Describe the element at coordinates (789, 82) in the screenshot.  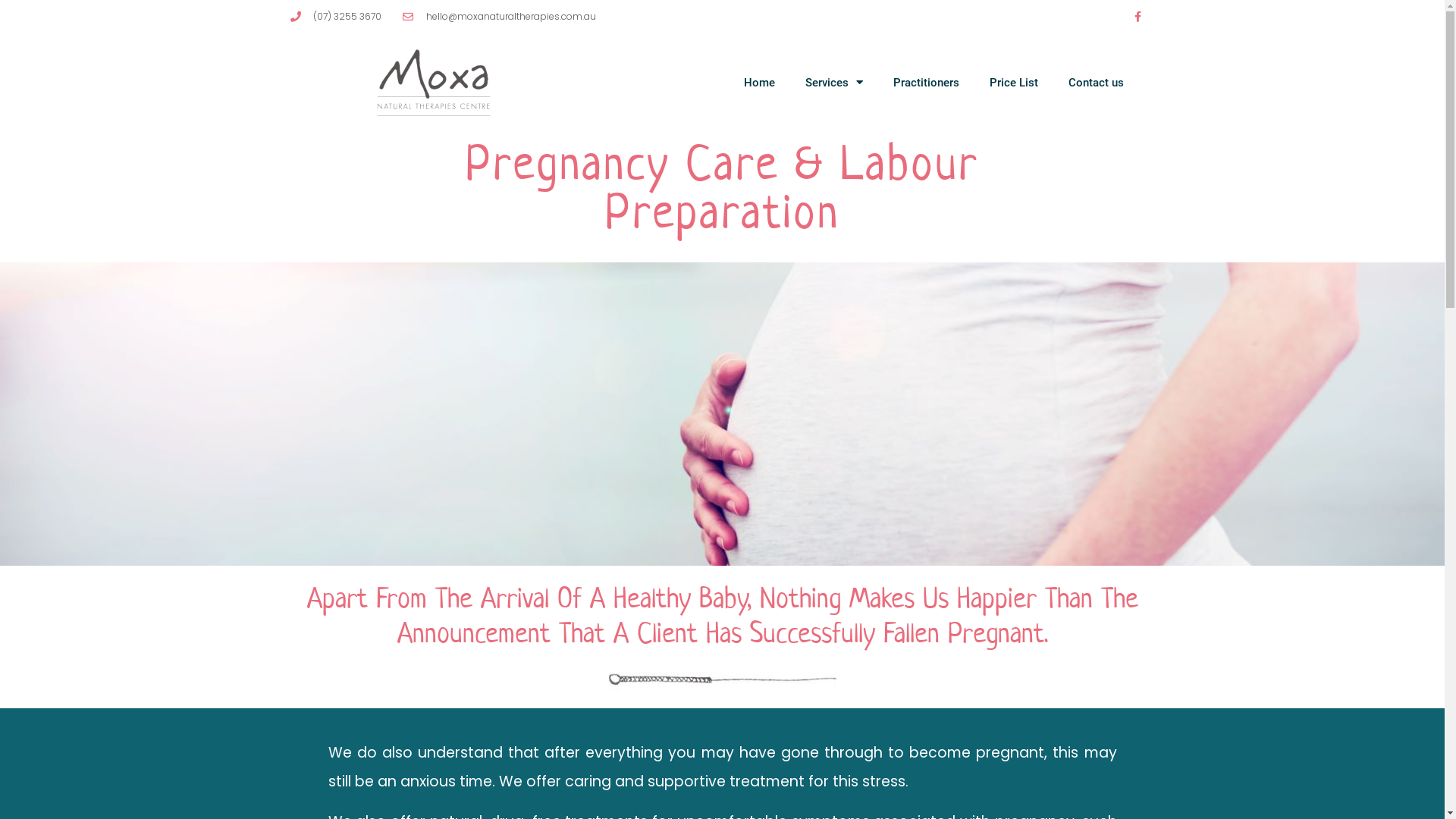
I see `'Services'` at that location.